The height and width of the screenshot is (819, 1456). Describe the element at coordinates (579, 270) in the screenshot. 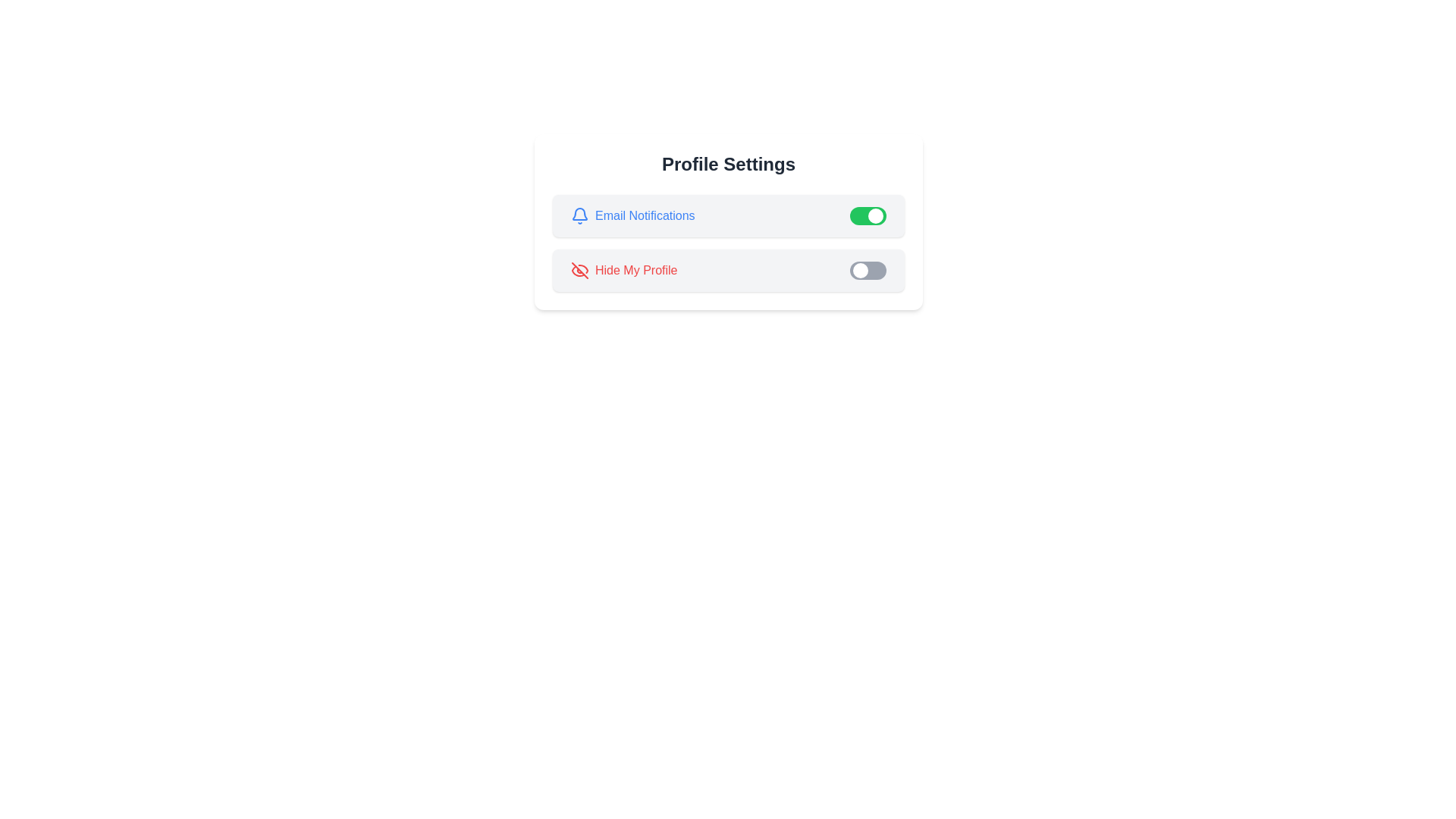

I see `the 'Hide My Profile' icon in the profile settings section to visually represent the action of making a profile invisible` at that location.